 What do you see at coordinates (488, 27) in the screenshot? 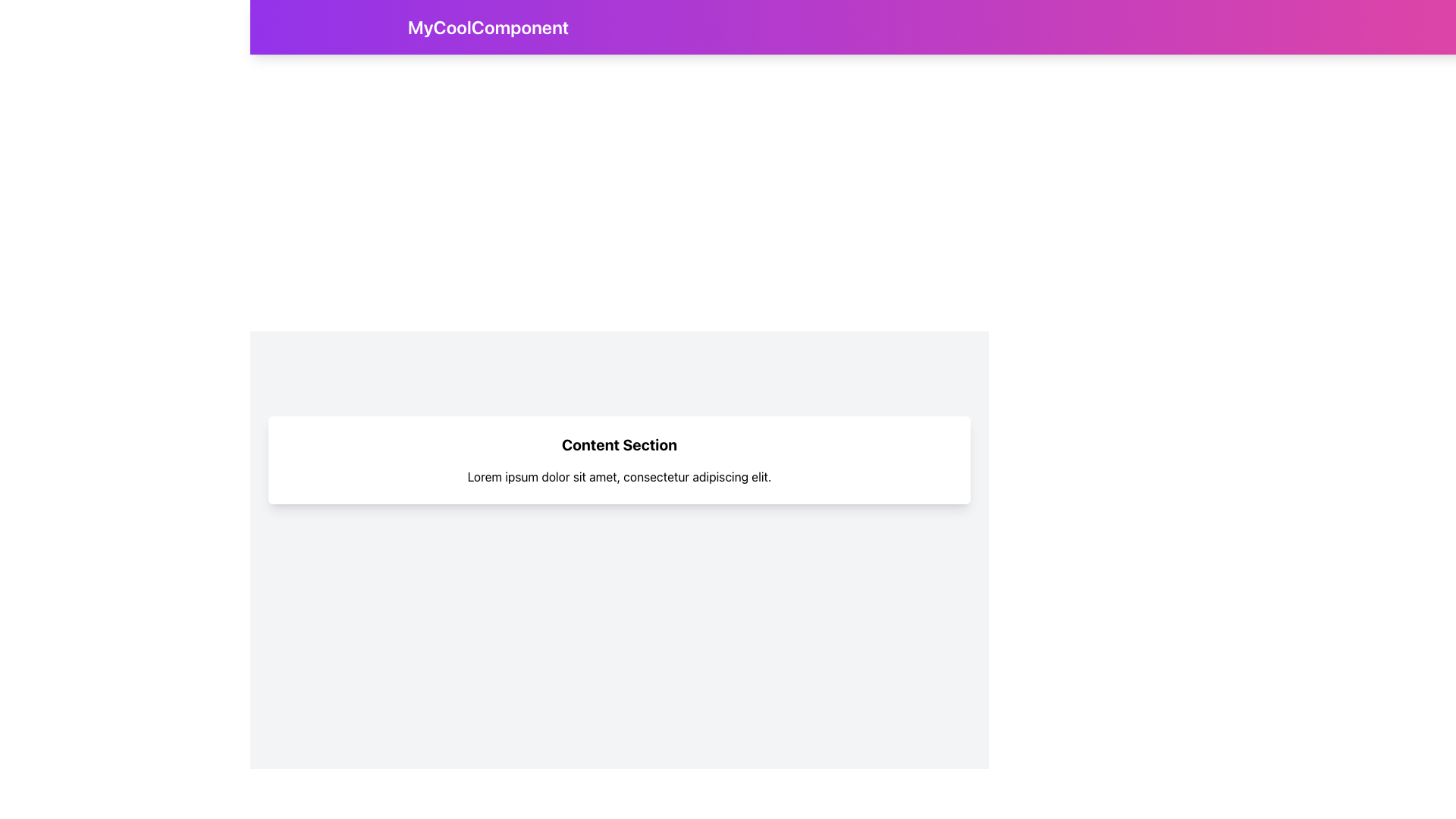
I see `the text element 'MyCoolComponent' displayed in bold, large white font at the center of the purple header` at bounding box center [488, 27].